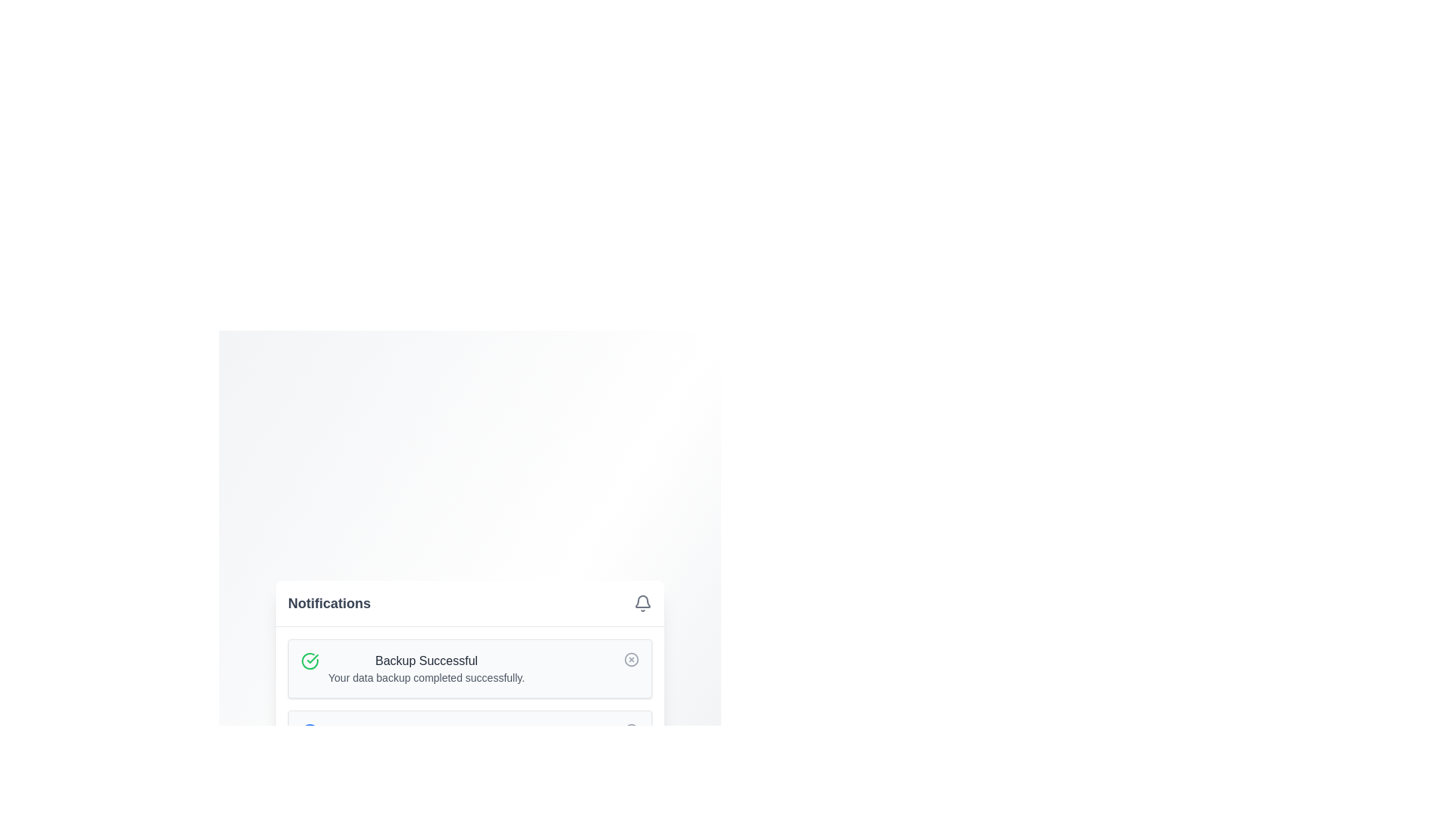 The height and width of the screenshot is (819, 1456). I want to click on the icon button located at the far right of the notification box to change the icon color, so click(632, 659).